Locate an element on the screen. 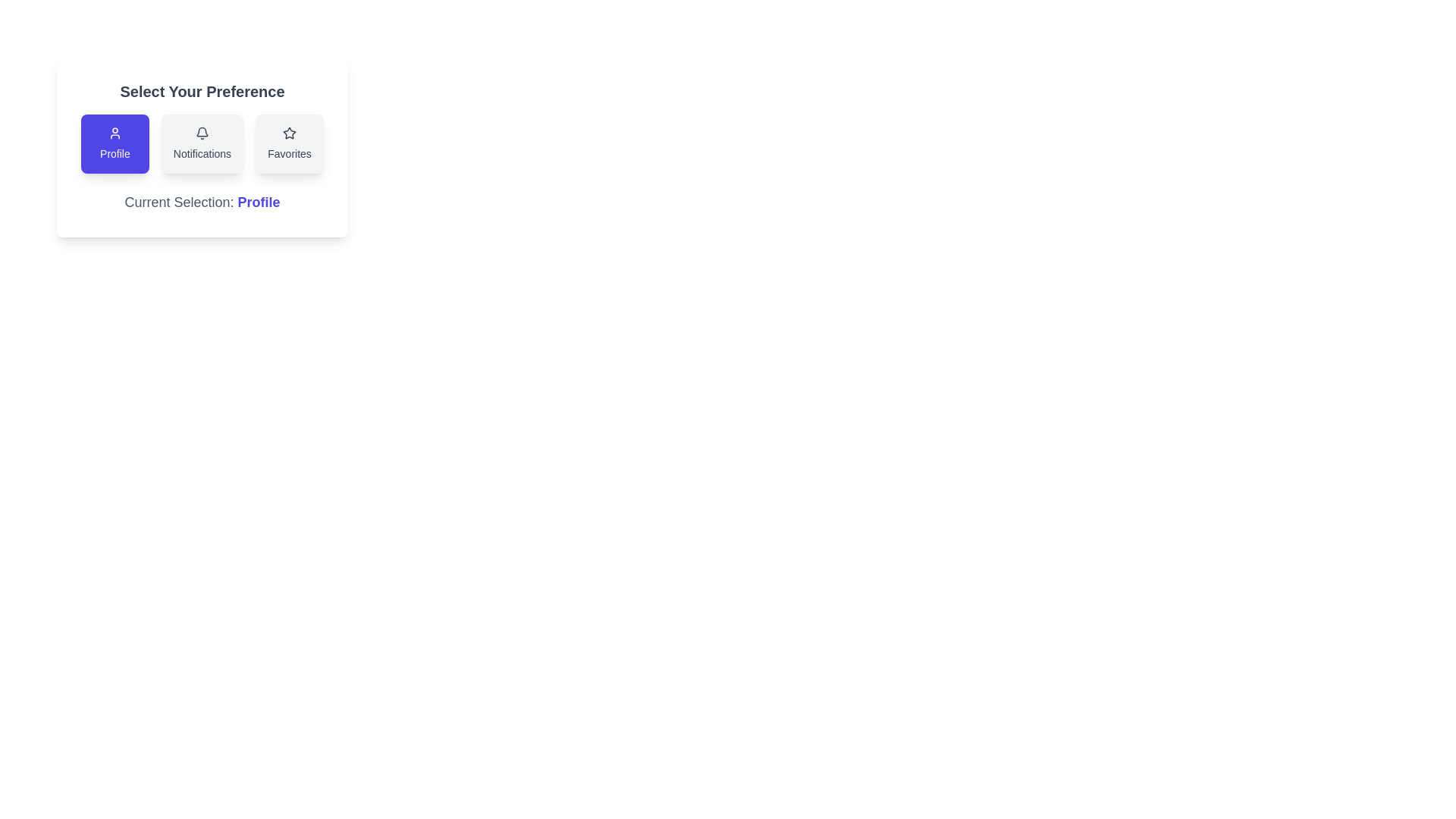 Image resolution: width=1456 pixels, height=819 pixels. the user profile icon, which is represented by a circle with a head and shoulders outline, located in the top-left corner of the selection card and part of the 'Profile' button is located at coordinates (114, 133).